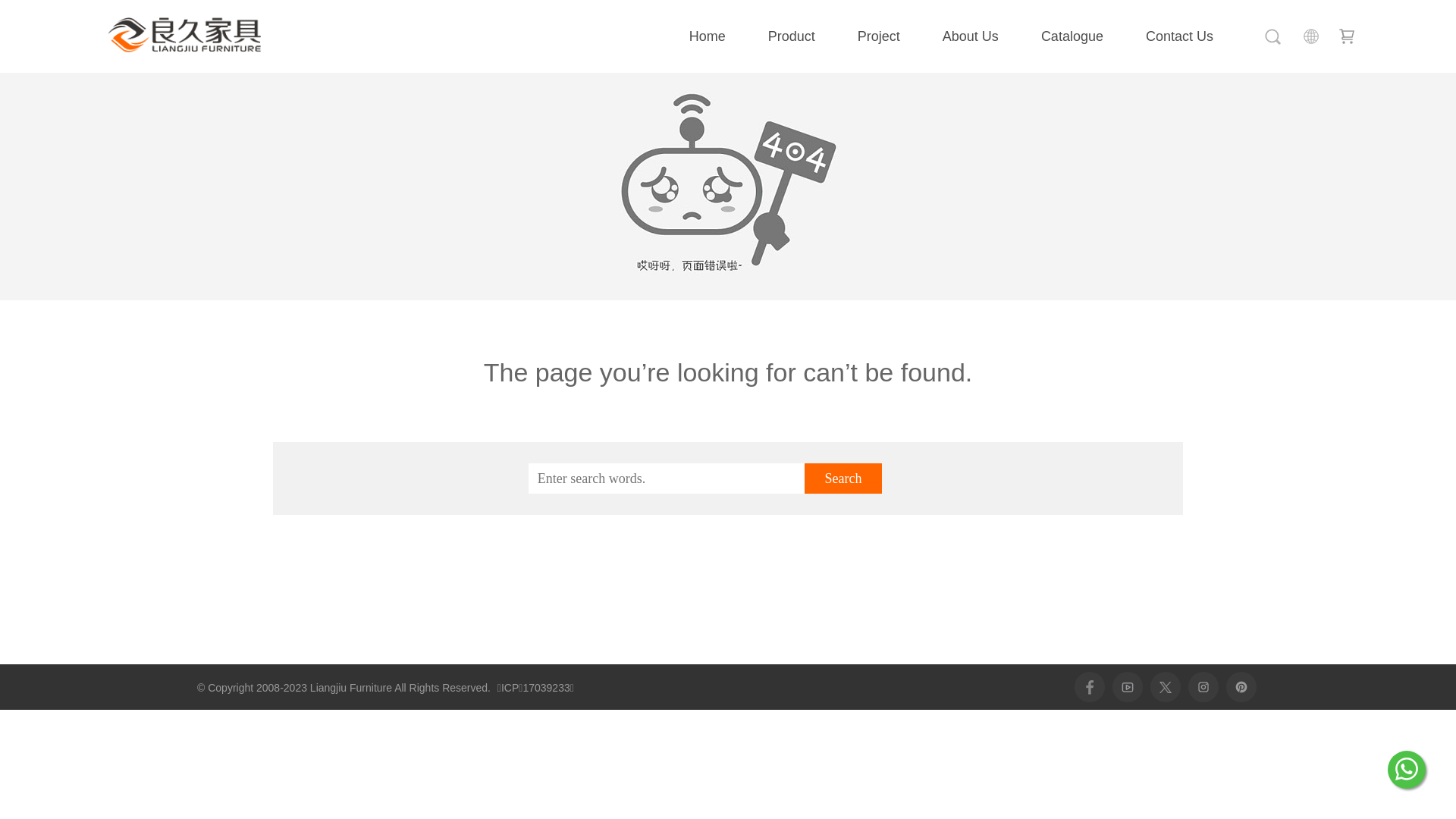 The image size is (1456, 819). Describe the element at coordinates (706, 35) in the screenshot. I see `'Home'` at that location.